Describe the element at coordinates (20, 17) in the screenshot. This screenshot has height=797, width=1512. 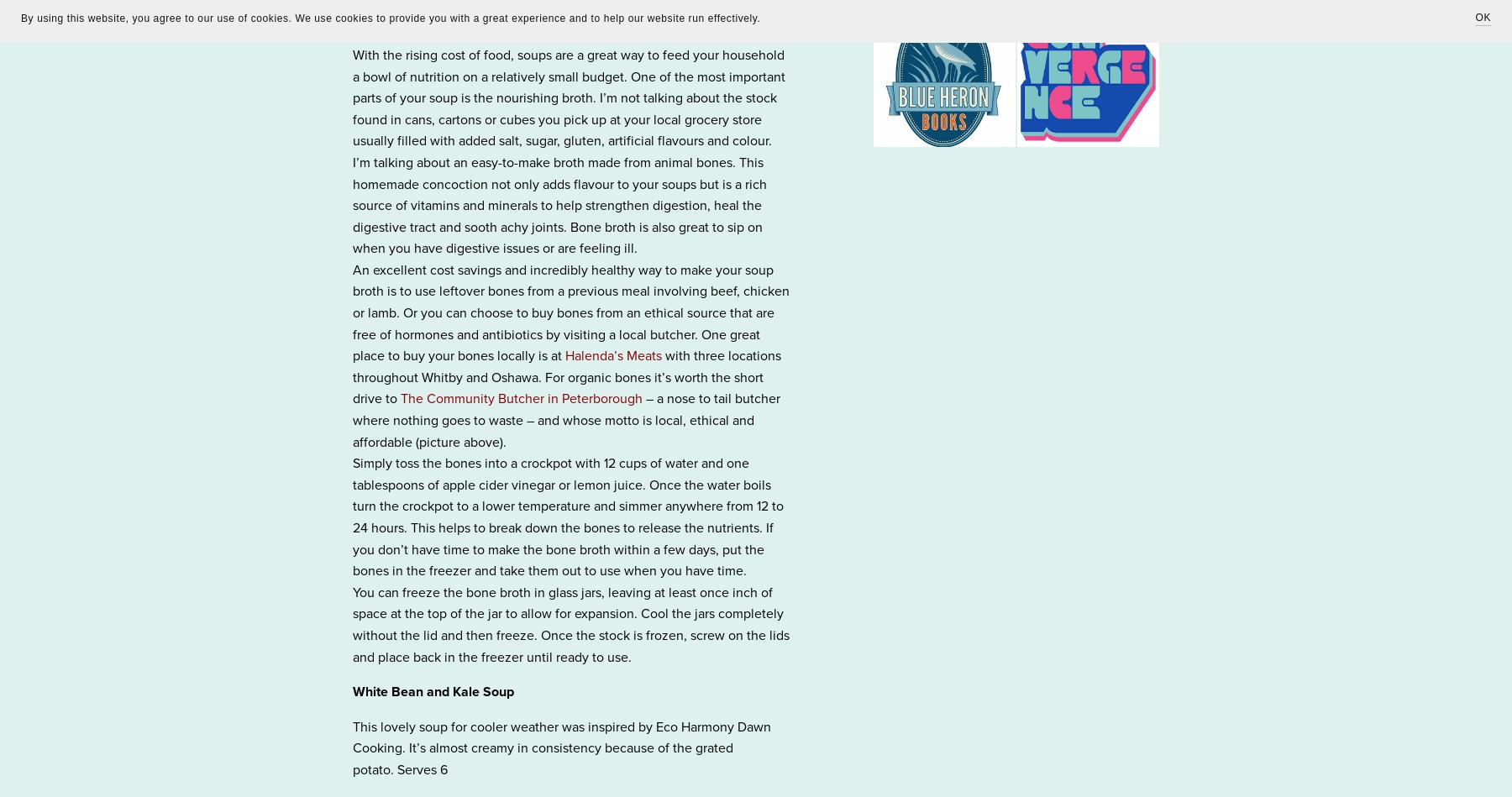
I see `'By using this website, you agree to our use of cookies. We use cookies to provide you with a great experience and to help our website run effectively.'` at that location.